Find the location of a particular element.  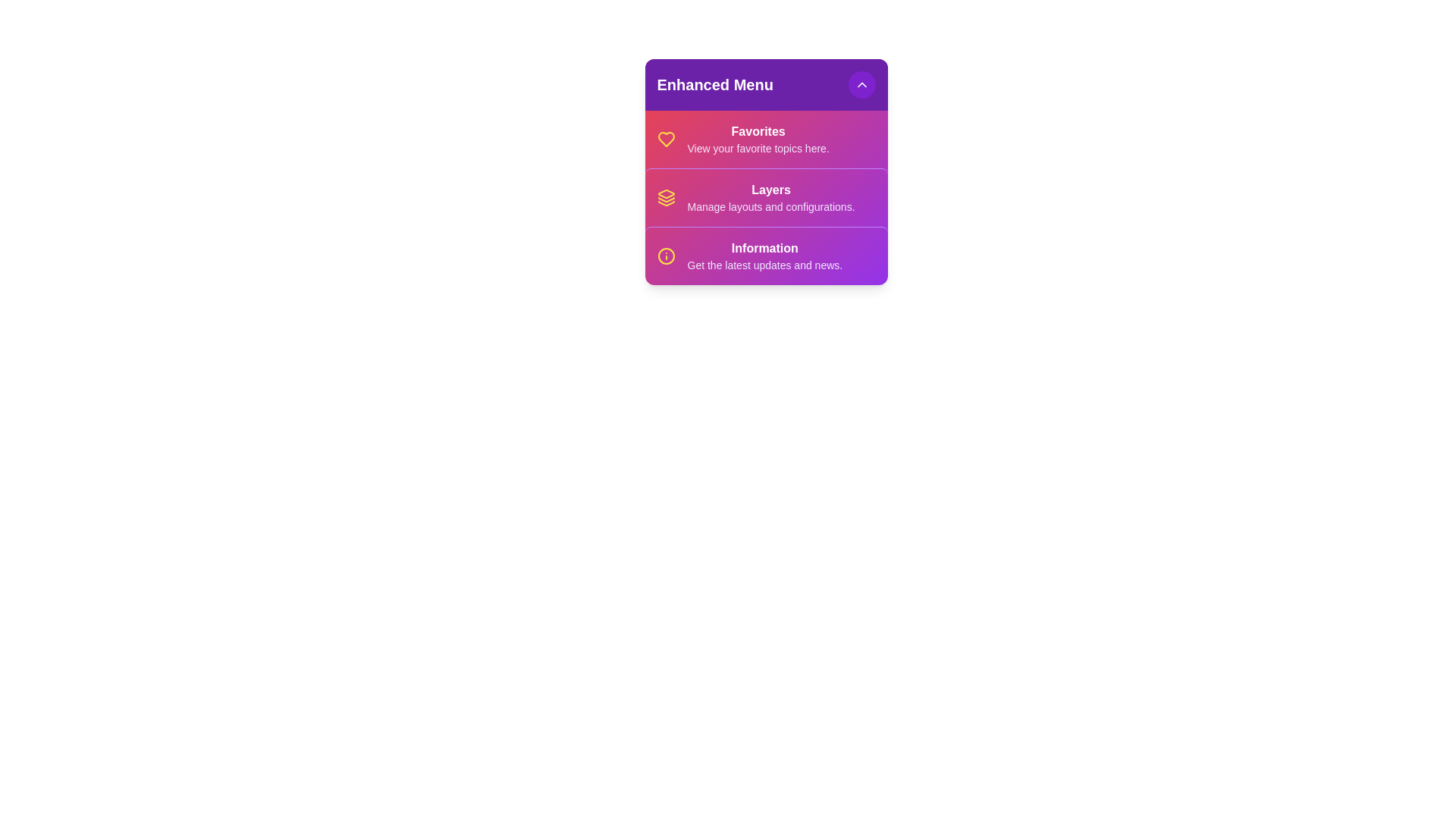

the menu item Favorites by clicking on it is located at coordinates (766, 140).